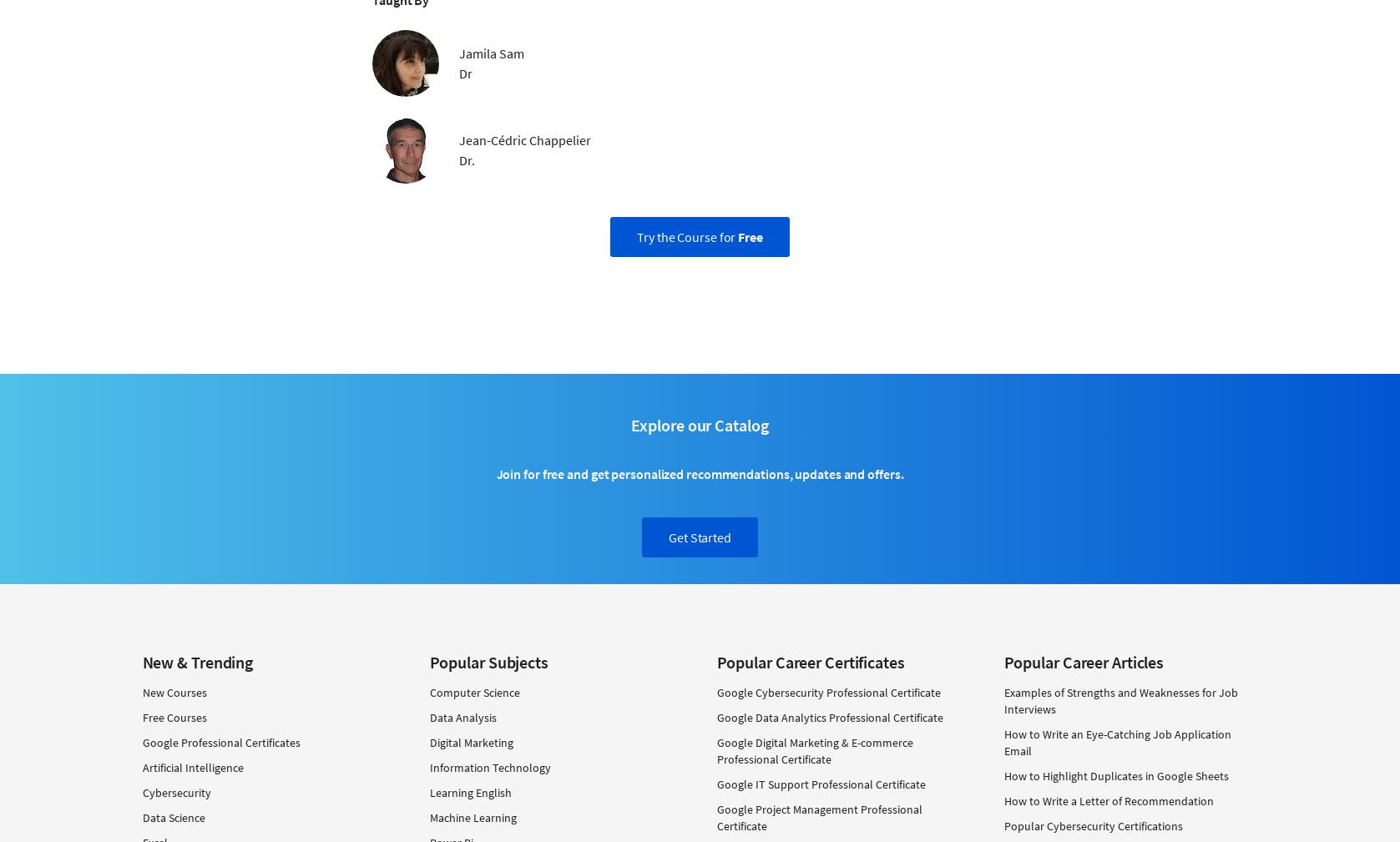  I want to click on 'Jamila Sam', so click(491, 51).